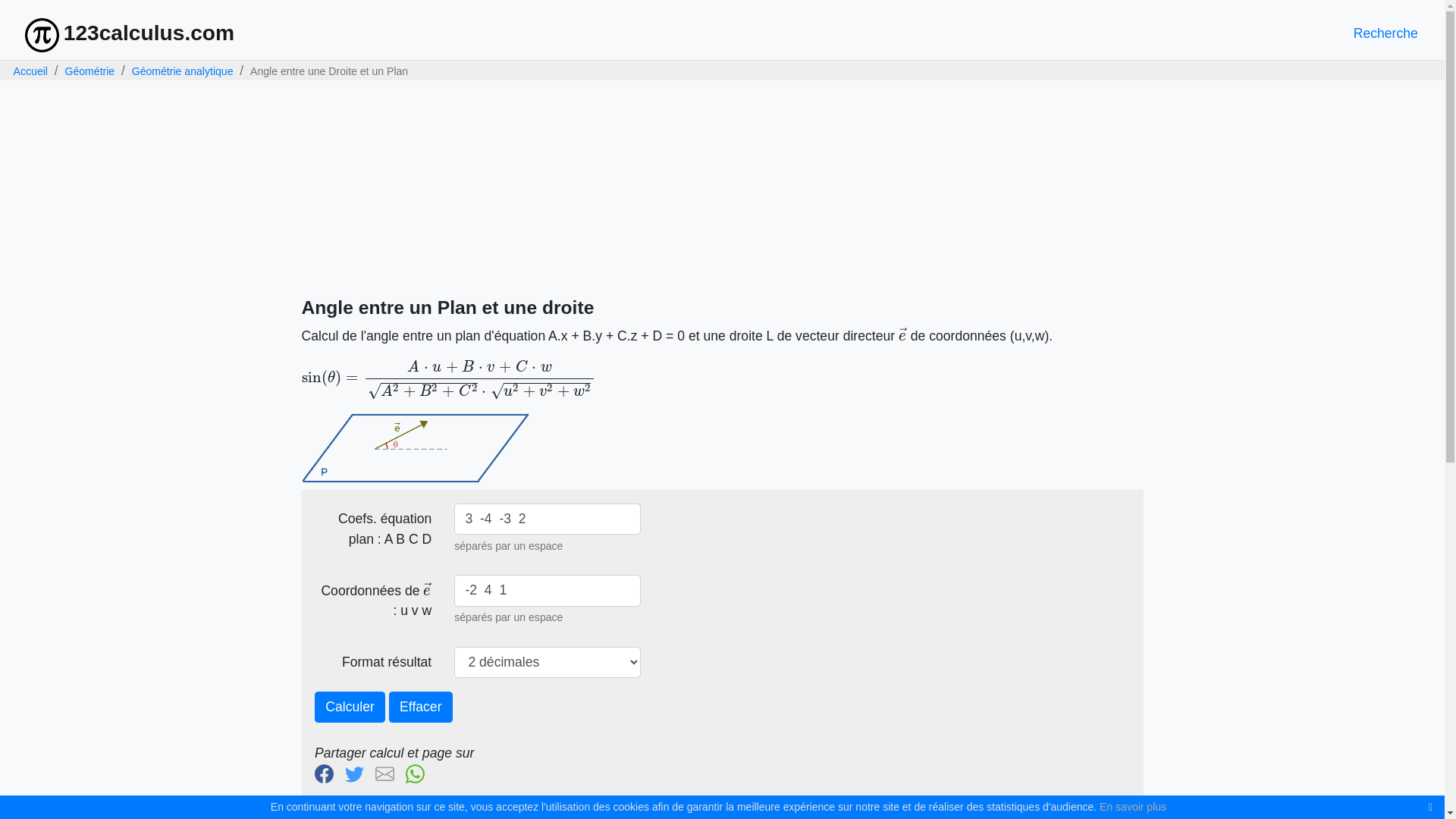 Image resolution: width=1456 pixels, height=819 pixels. I want to click on 'Calculer', so click(349, 708).